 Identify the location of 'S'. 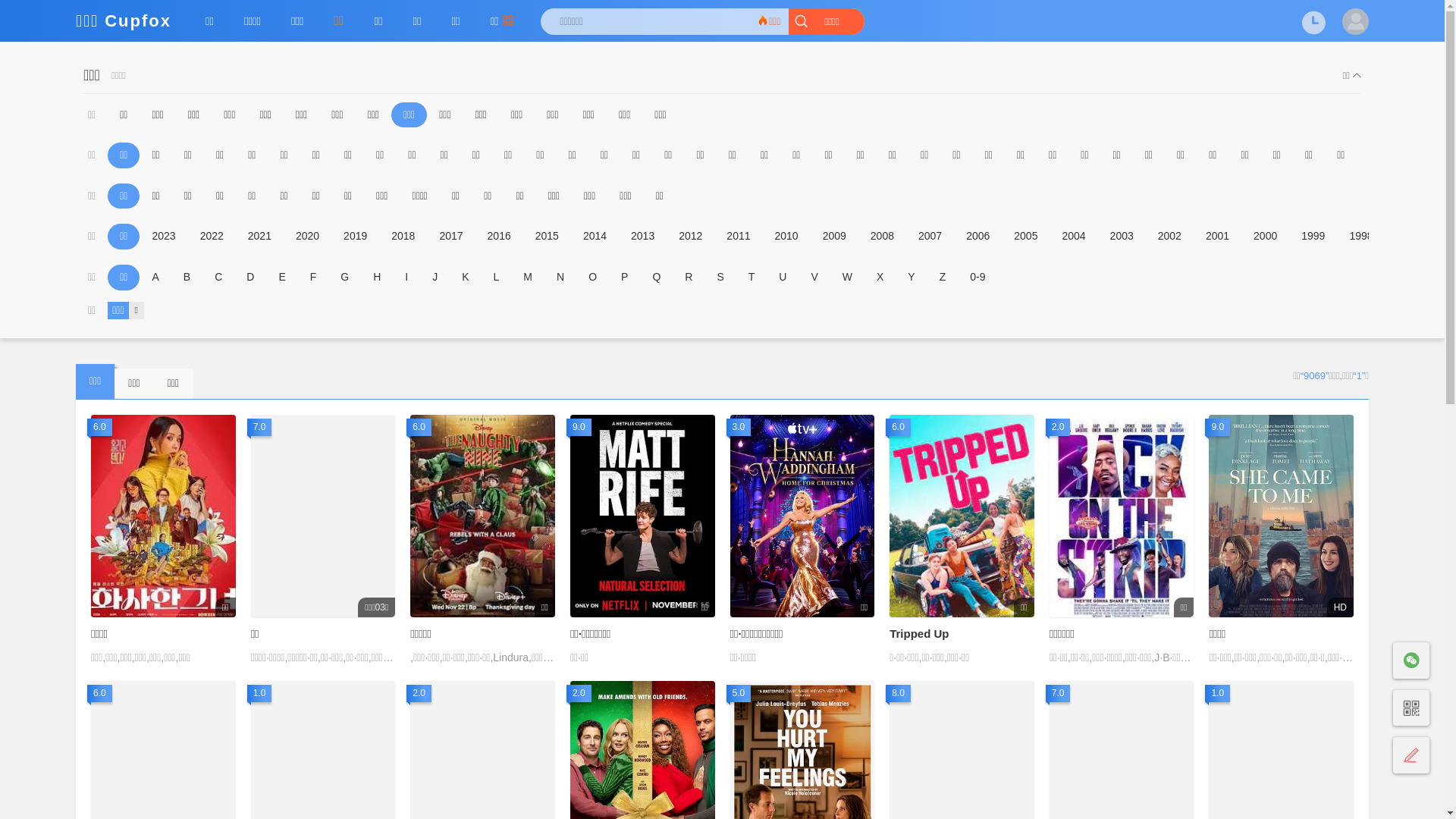
(719, 278).